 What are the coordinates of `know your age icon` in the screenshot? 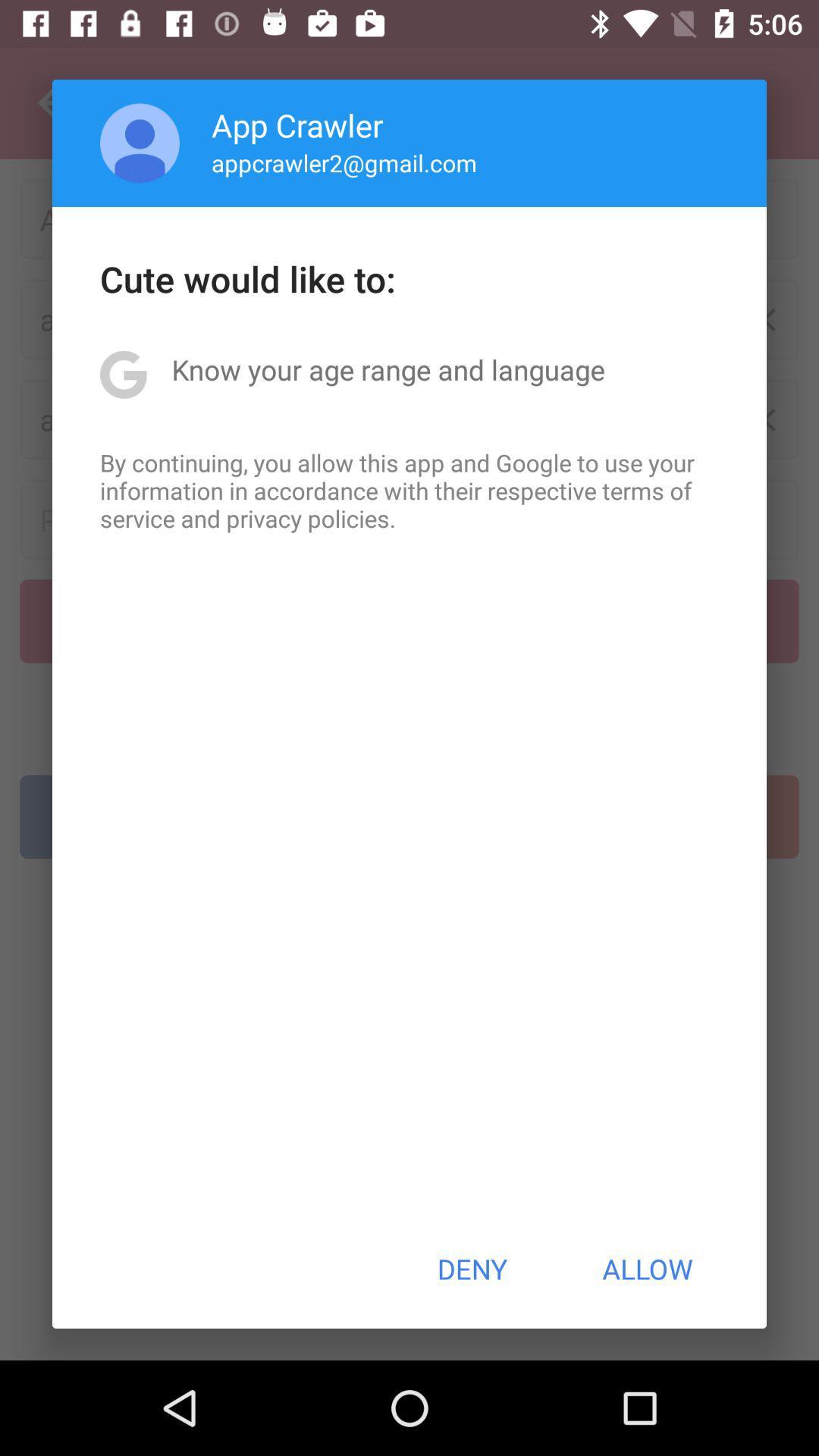 It's located at (388, 369).